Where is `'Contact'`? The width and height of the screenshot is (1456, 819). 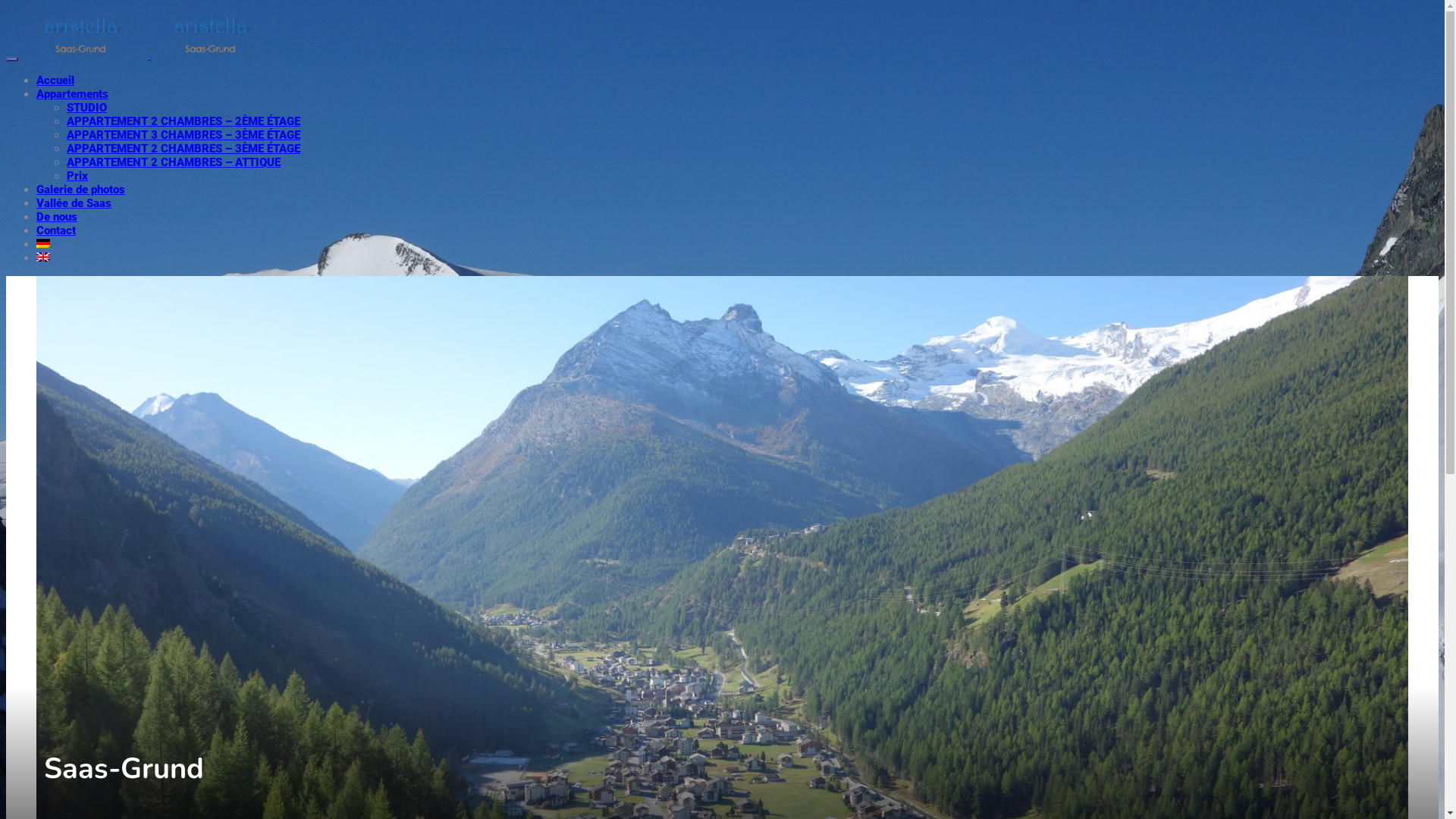 'Contact' is located at coordinates (55, 231).